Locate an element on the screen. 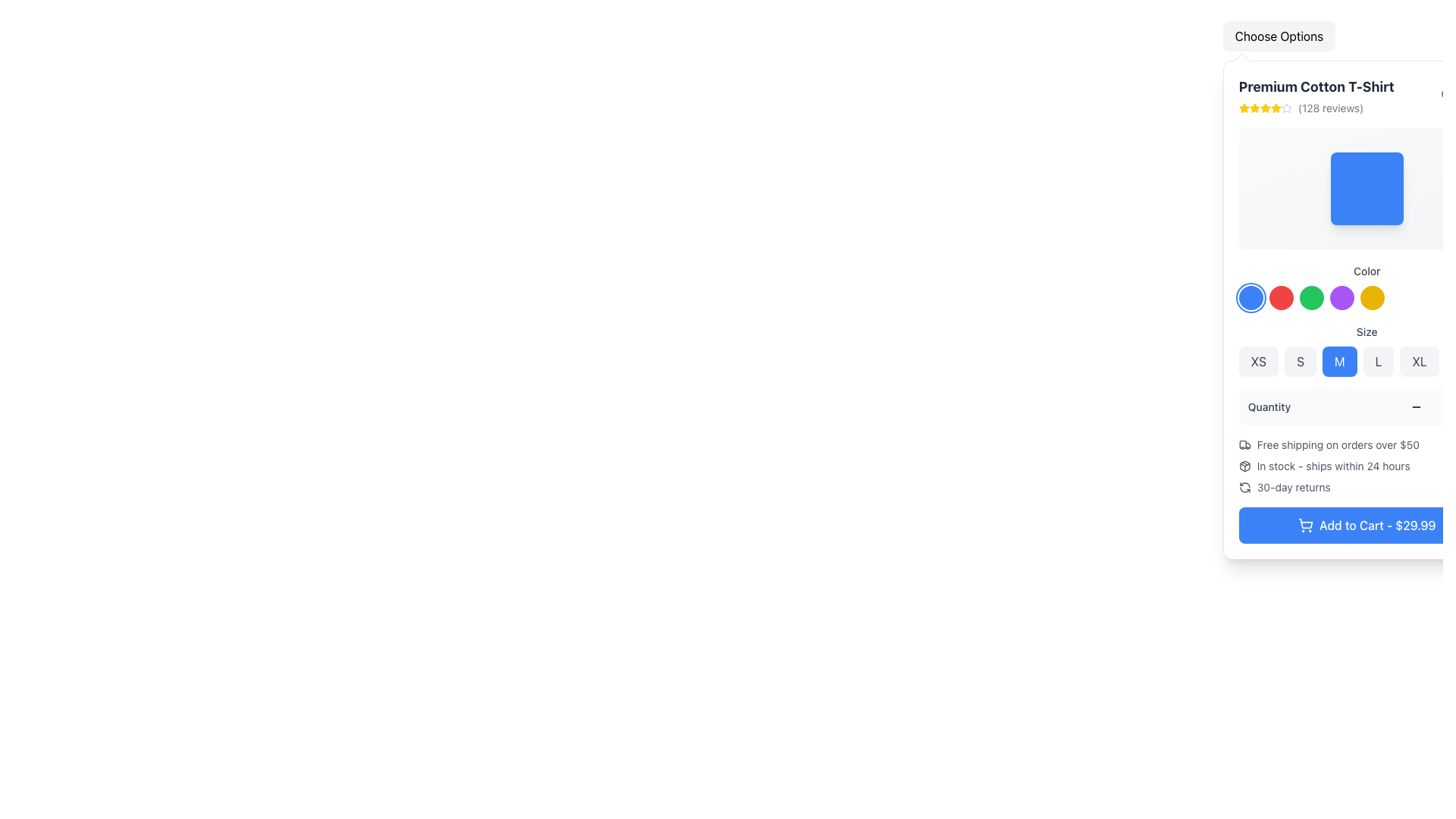 The image size is (1456, 819). the text label that indicates the availability and shipping timeline of the product, located below the 'Free shipping on orders over $50' bullet point is located at coordinates (1332, 465).